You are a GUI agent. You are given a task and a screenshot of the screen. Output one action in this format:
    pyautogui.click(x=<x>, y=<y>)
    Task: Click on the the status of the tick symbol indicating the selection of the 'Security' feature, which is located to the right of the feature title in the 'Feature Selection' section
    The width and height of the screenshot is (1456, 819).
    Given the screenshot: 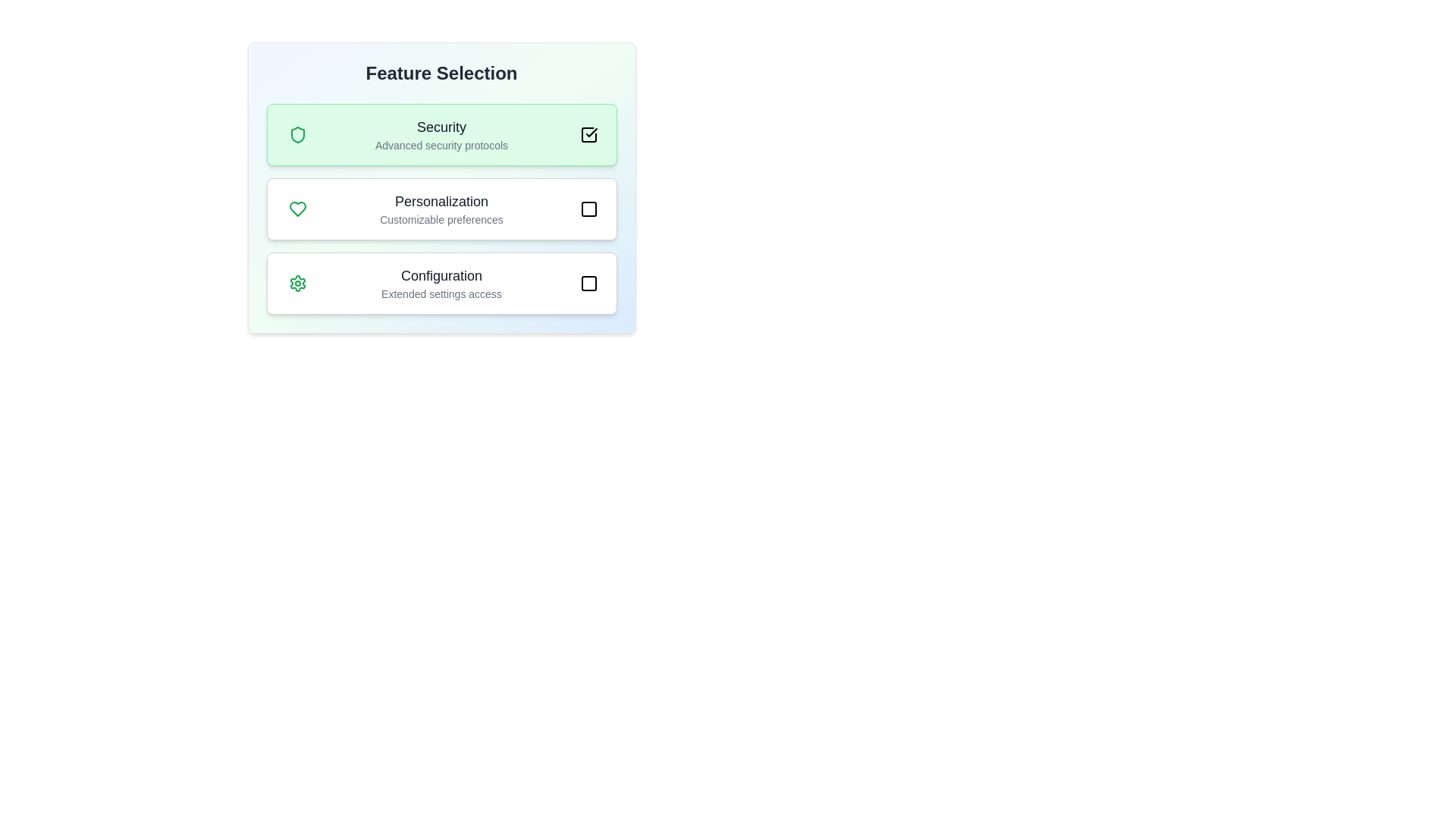 What is the action you would take?
    pyautogui.click(x=588, y=133)
    